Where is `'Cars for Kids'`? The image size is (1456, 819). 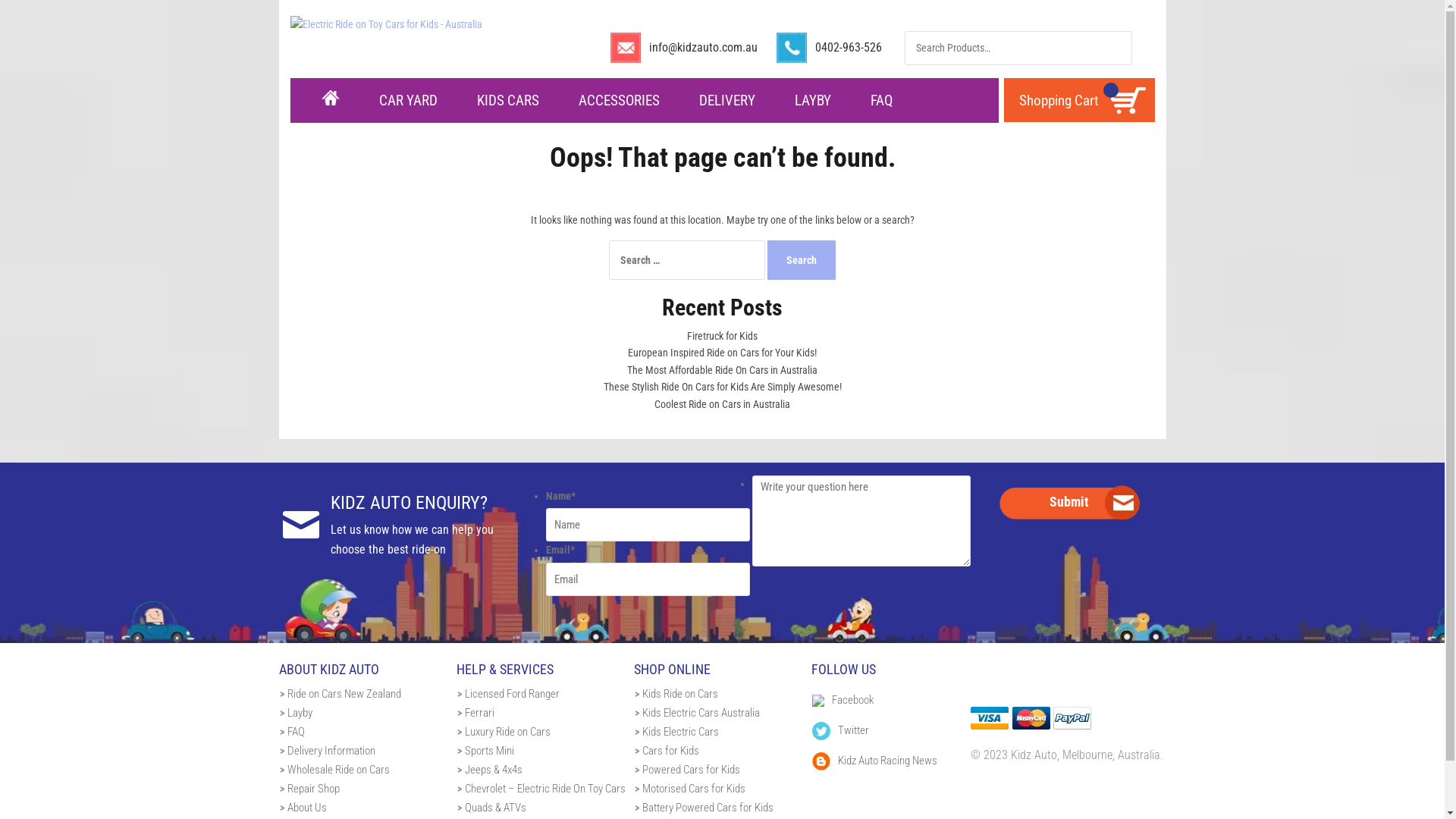 'Cars for Kids' is located at coordinates (669, 751).